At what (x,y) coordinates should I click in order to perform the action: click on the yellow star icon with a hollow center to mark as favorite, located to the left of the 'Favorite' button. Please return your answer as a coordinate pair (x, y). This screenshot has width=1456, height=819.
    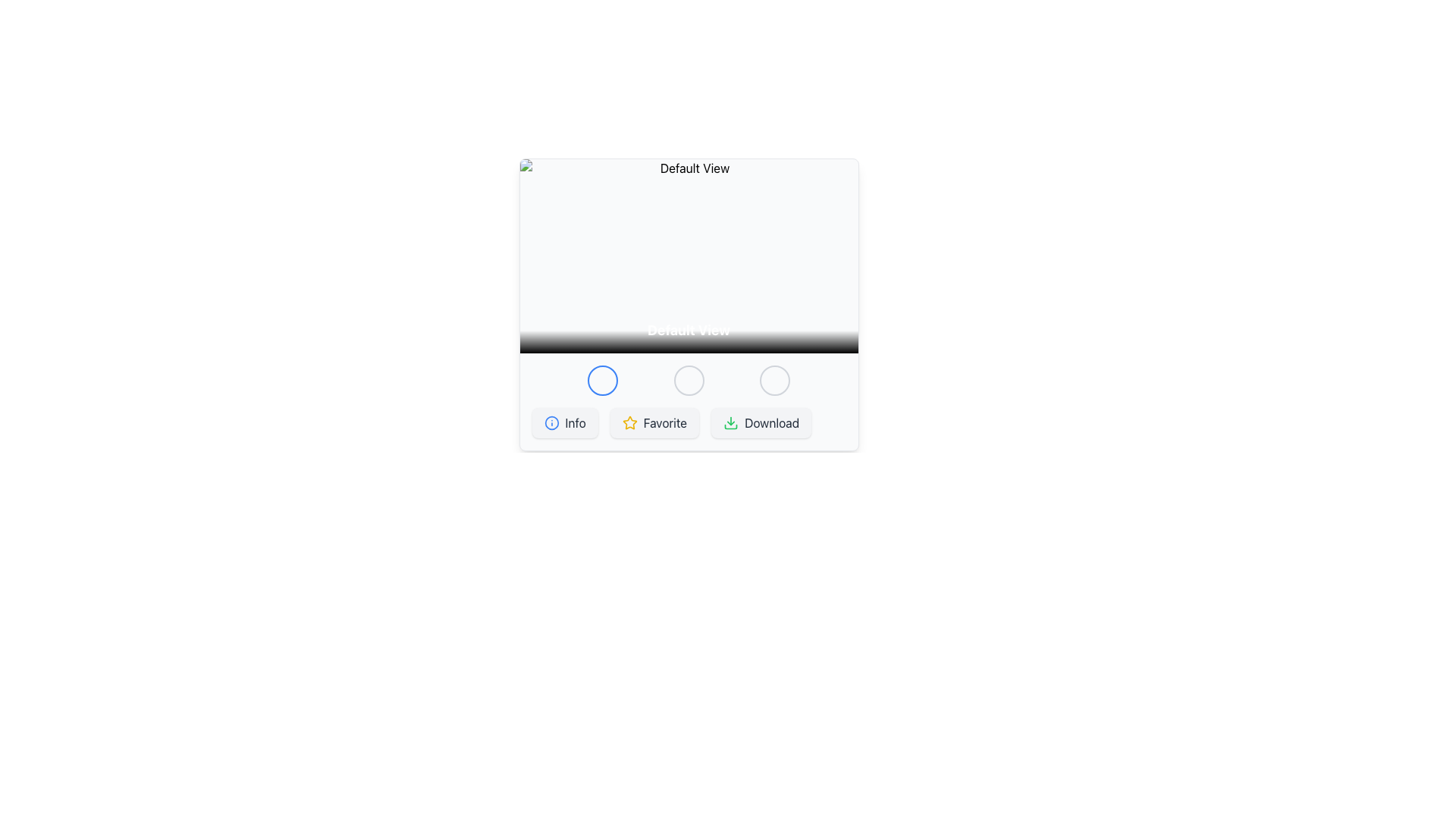
    Looking at the image, I should click on (629, 422).